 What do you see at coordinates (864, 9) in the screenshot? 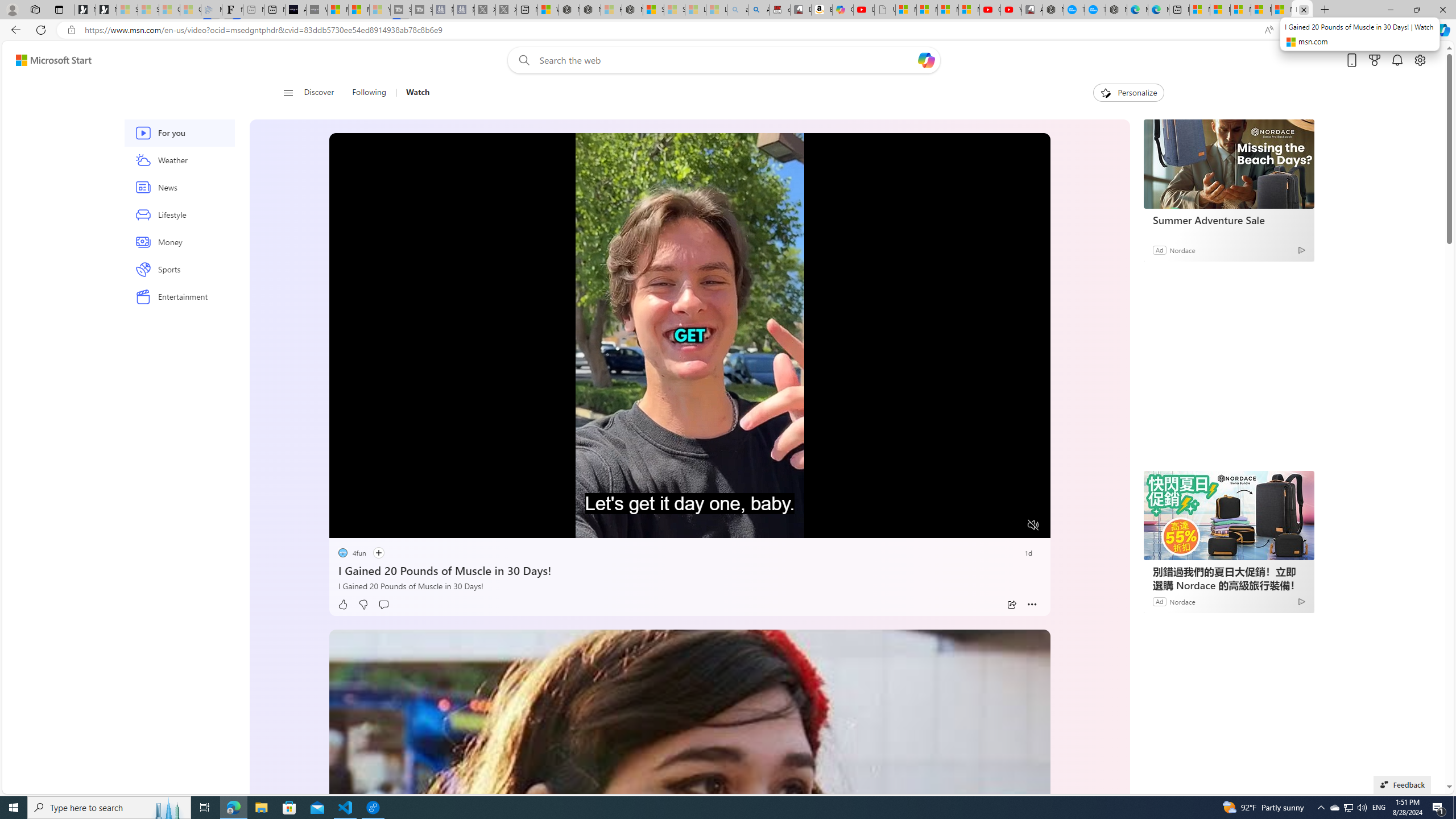
I see `'Day 1: Arriving in Yemen (surreal to be here) - YouTube'` at bounding box center [864, 9].